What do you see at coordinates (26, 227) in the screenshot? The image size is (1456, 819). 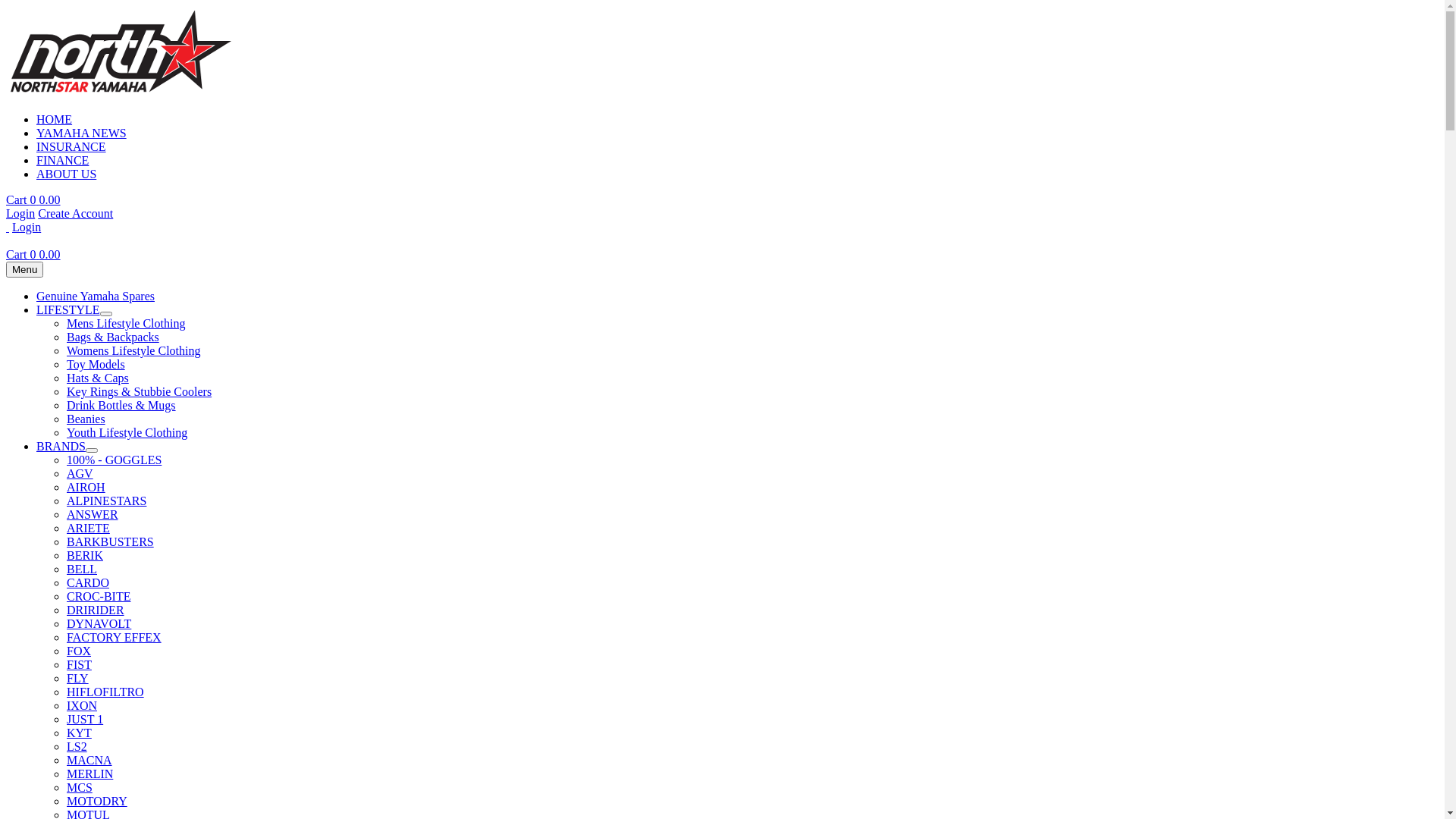 I see `'Login'` at bounding box center [26, 227].